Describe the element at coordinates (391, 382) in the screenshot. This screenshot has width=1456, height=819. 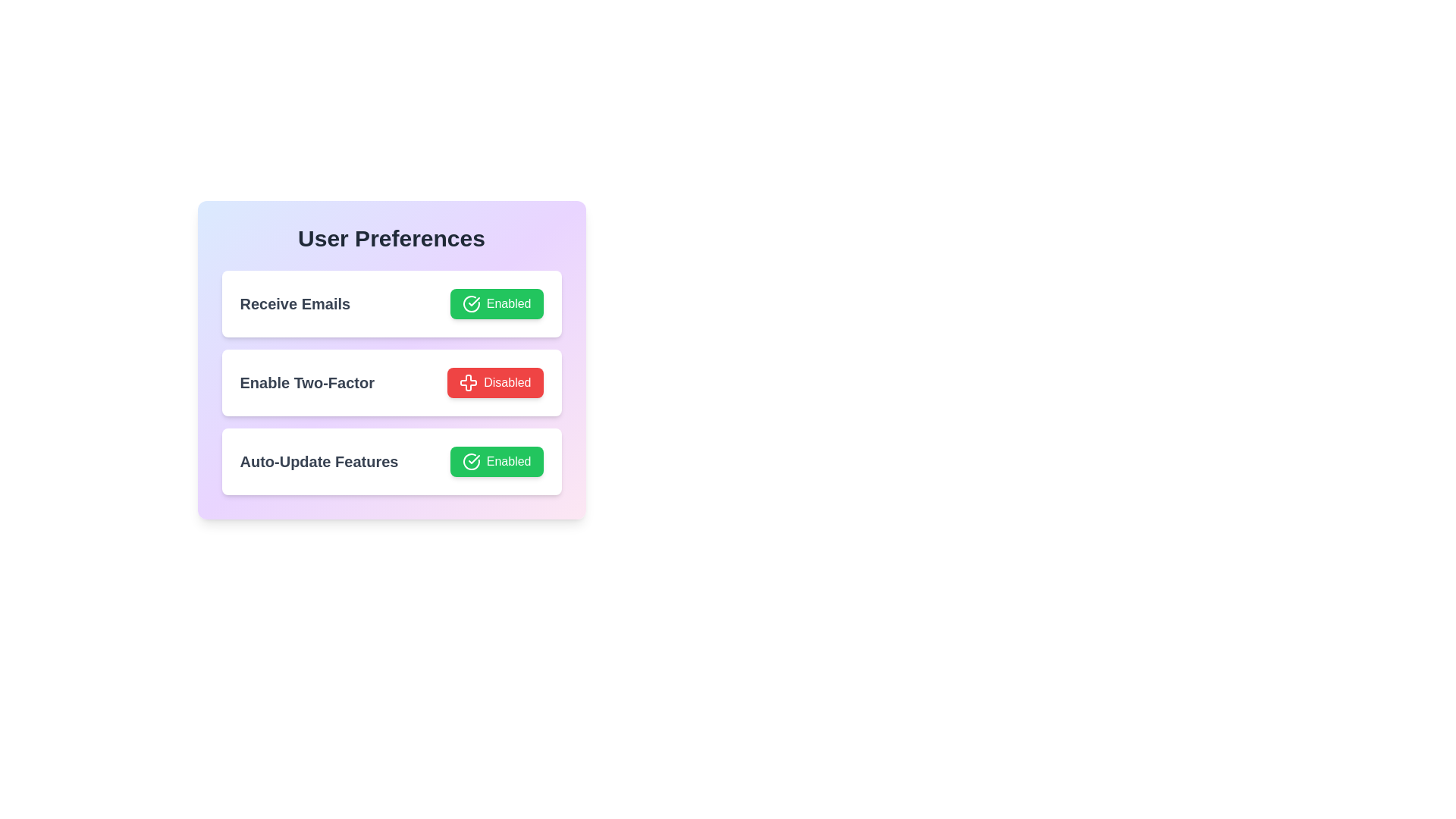
I see `the preference item Enable Two-Factor to observe its hover effect` at that location.